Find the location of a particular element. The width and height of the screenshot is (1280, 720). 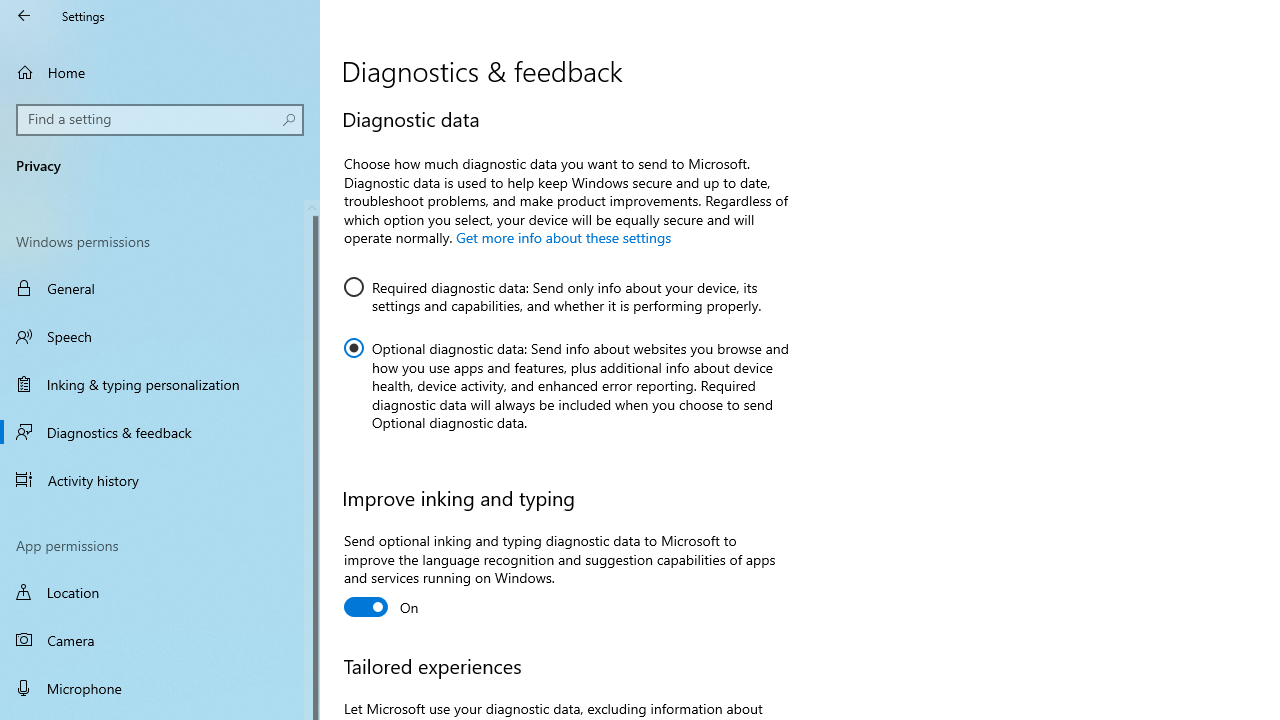

'Search box, Find a setting' is located at coordinates (160, 119).